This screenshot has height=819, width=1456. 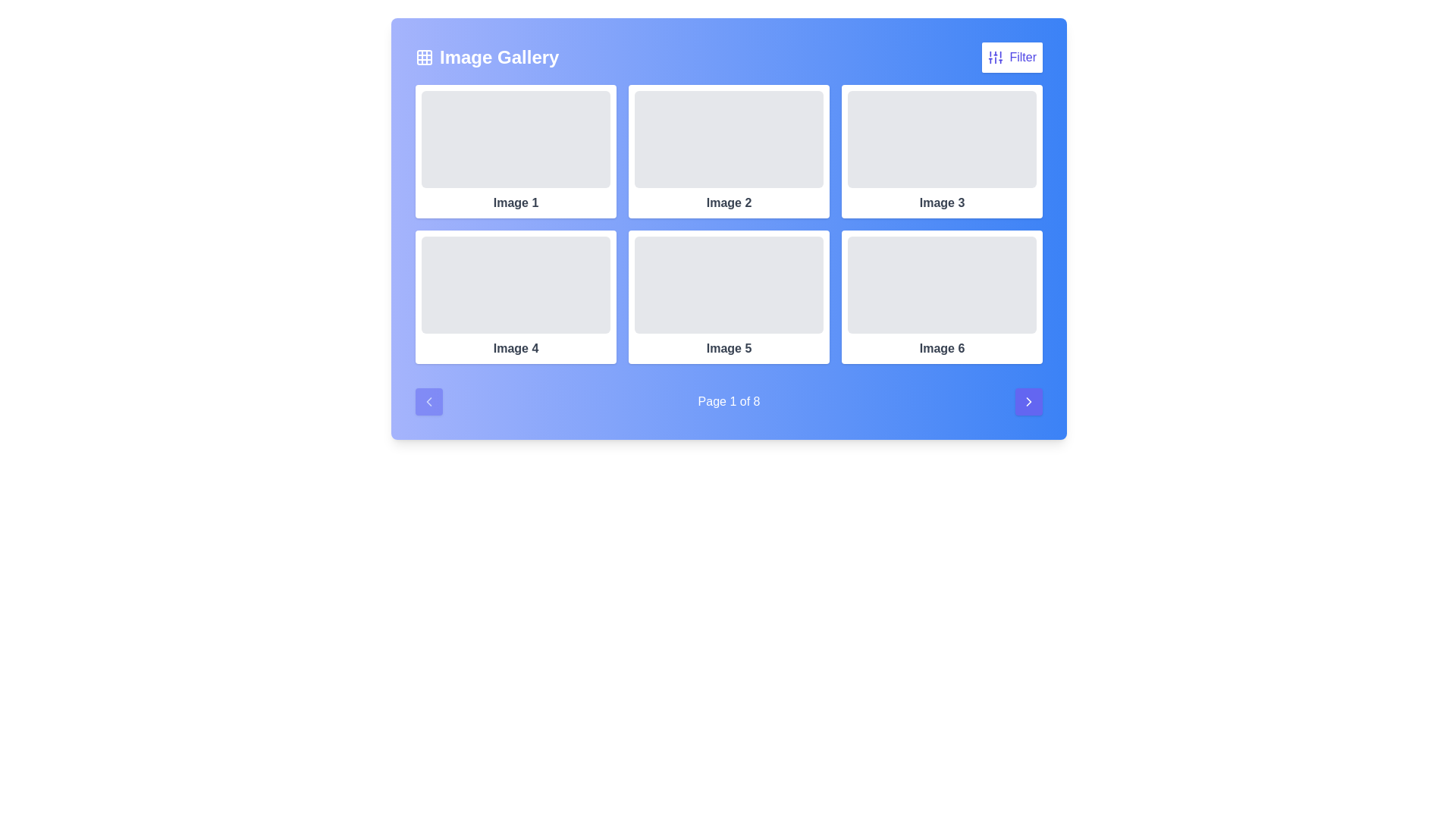 What do you see at coordinates (1029, 400) in the screenshot?
I see `the indigo-blue button with a white arrow icon` at bounding box center [1029, 400].